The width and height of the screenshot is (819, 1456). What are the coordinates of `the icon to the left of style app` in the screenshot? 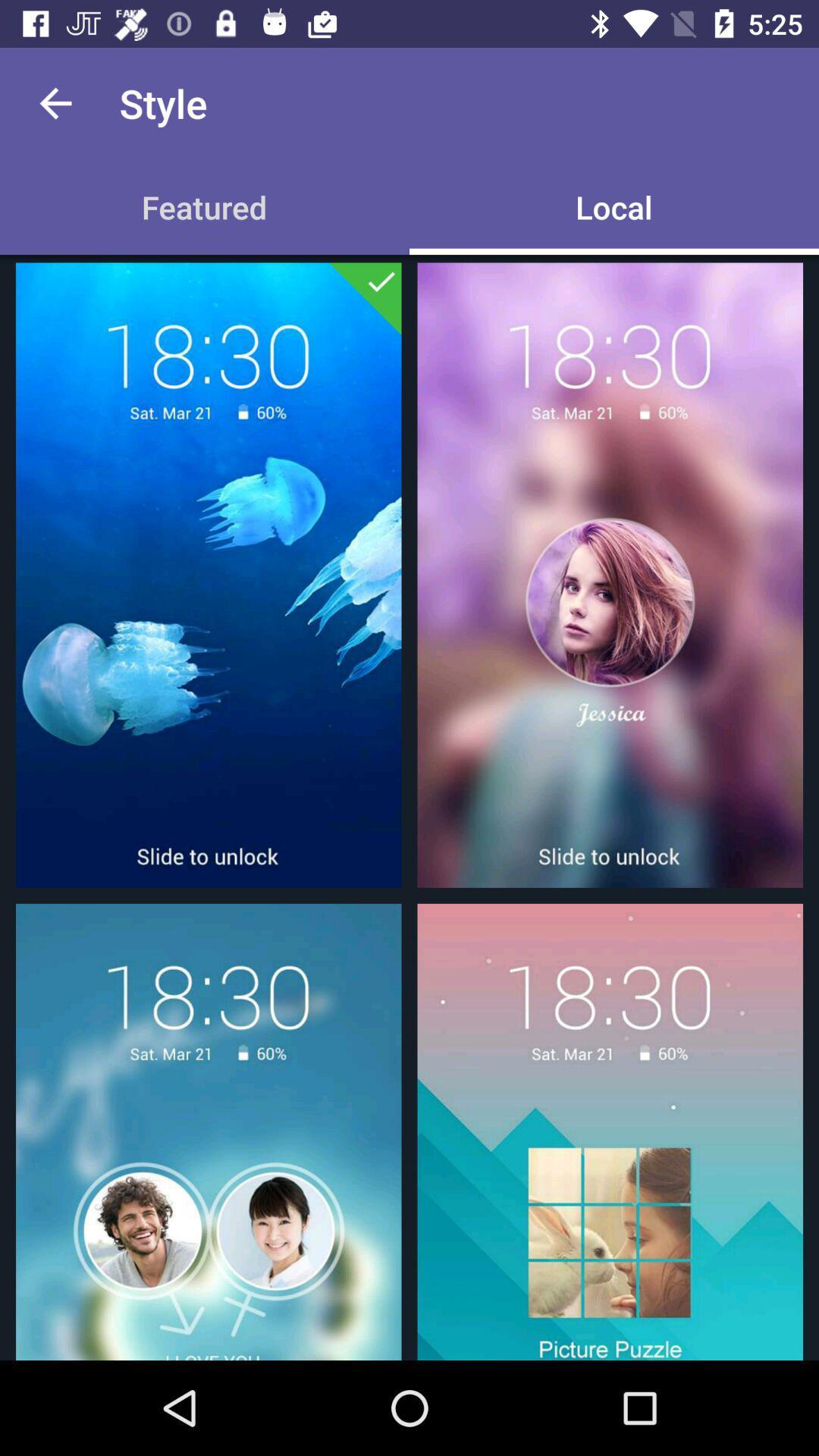 It's located at (55, 102).